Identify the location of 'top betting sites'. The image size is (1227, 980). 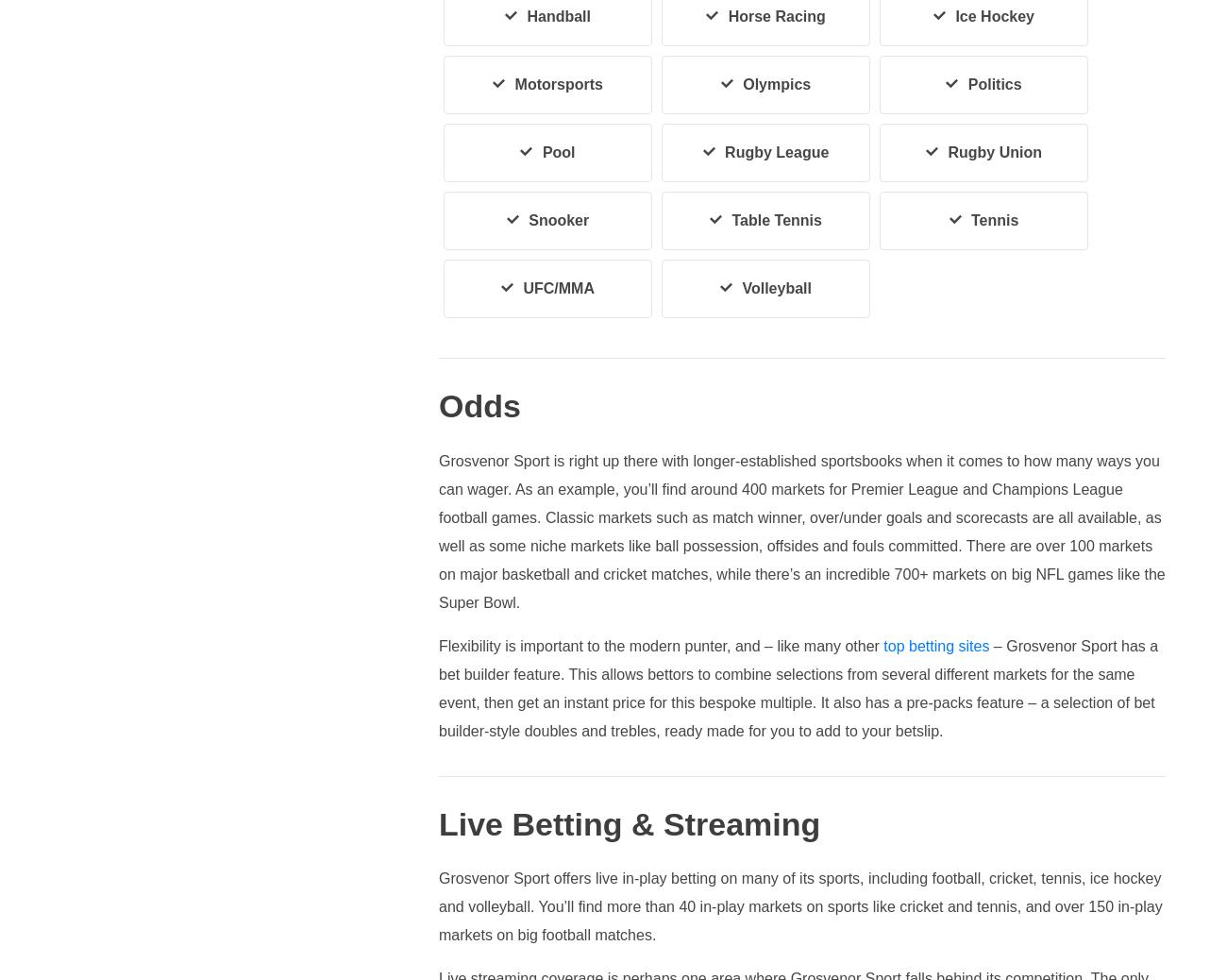
(935, 644).